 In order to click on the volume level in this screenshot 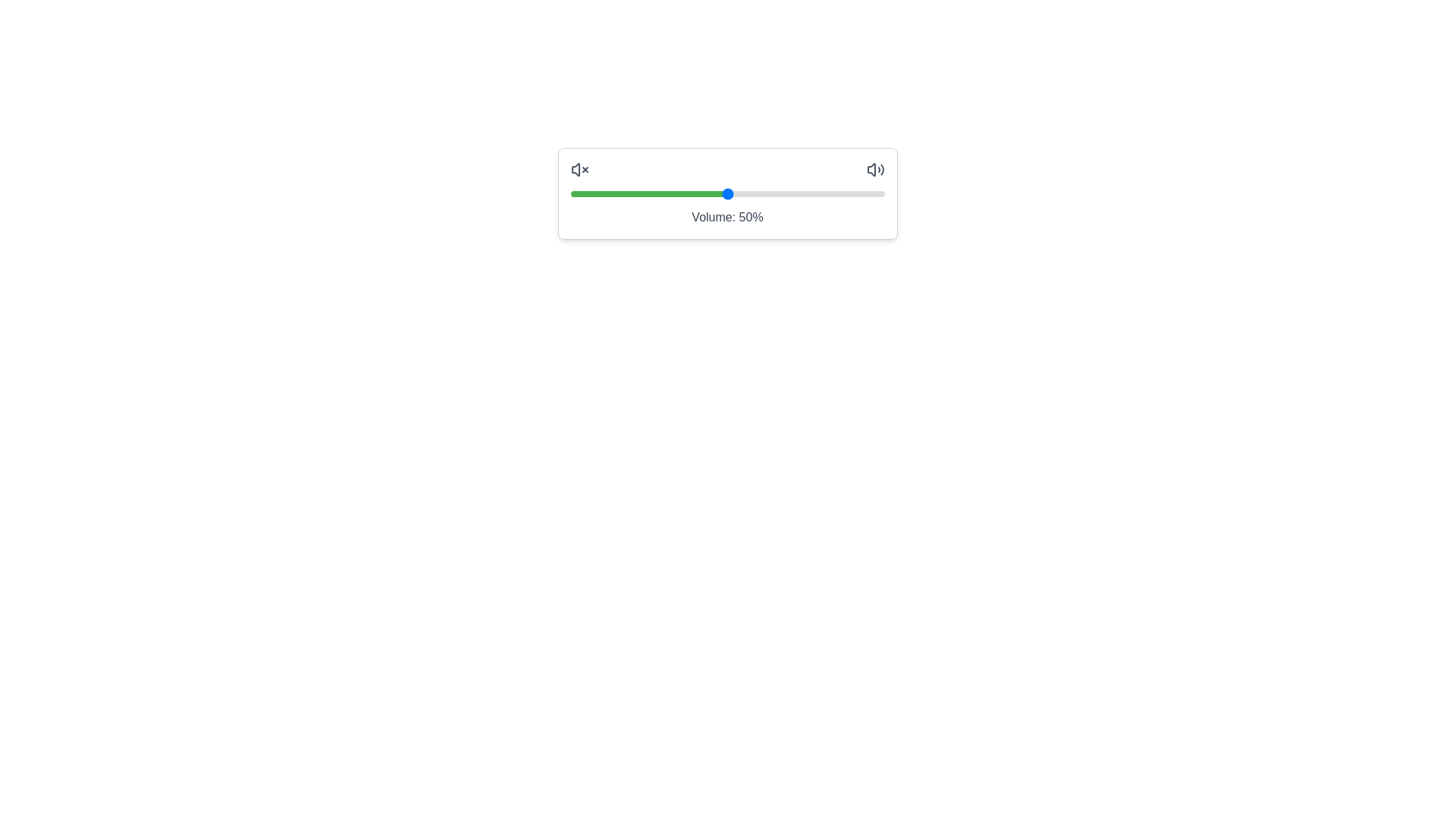, I will do `click(780, 193)`.